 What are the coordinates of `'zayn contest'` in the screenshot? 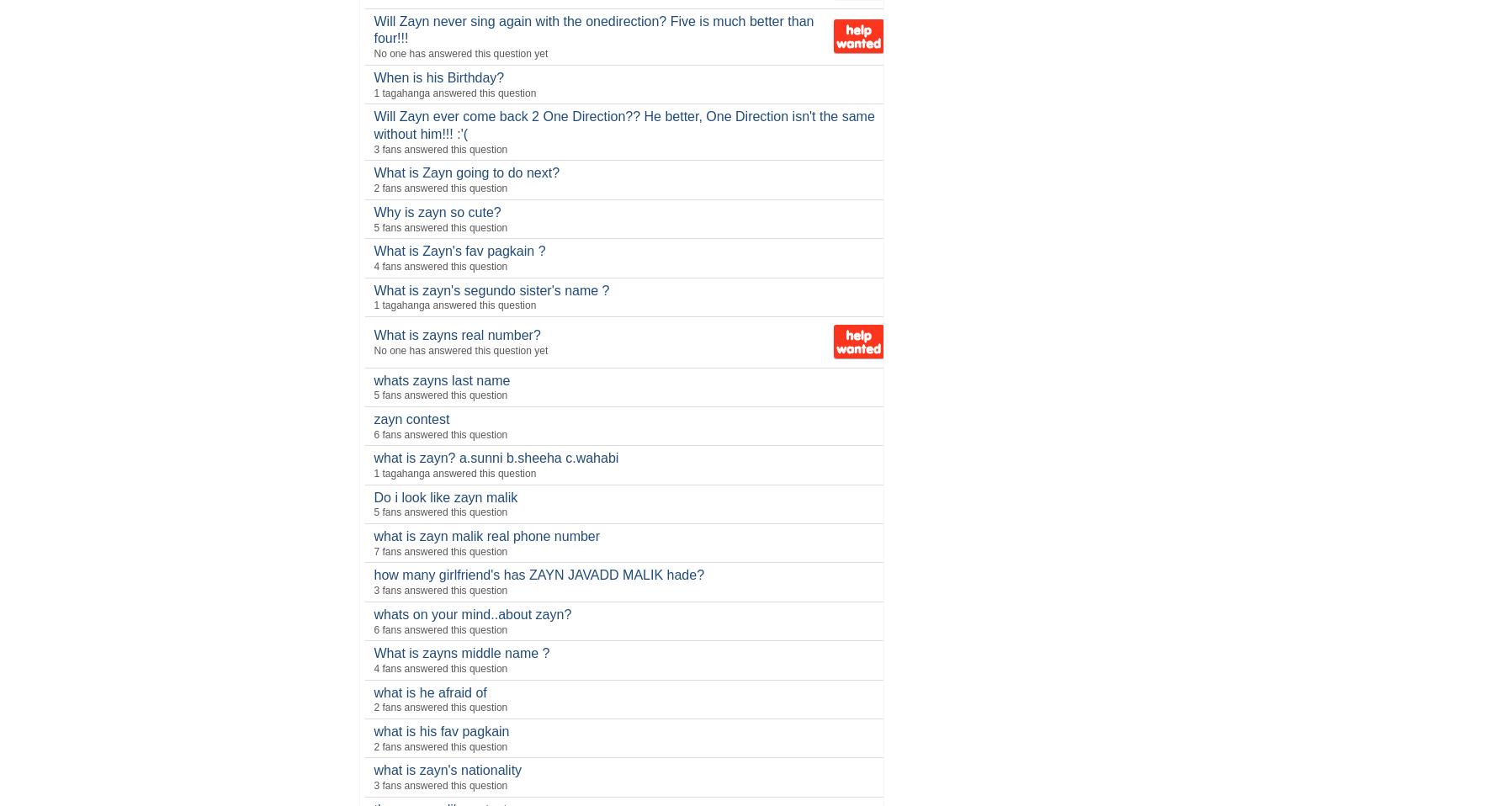 It's located at (410, 417).